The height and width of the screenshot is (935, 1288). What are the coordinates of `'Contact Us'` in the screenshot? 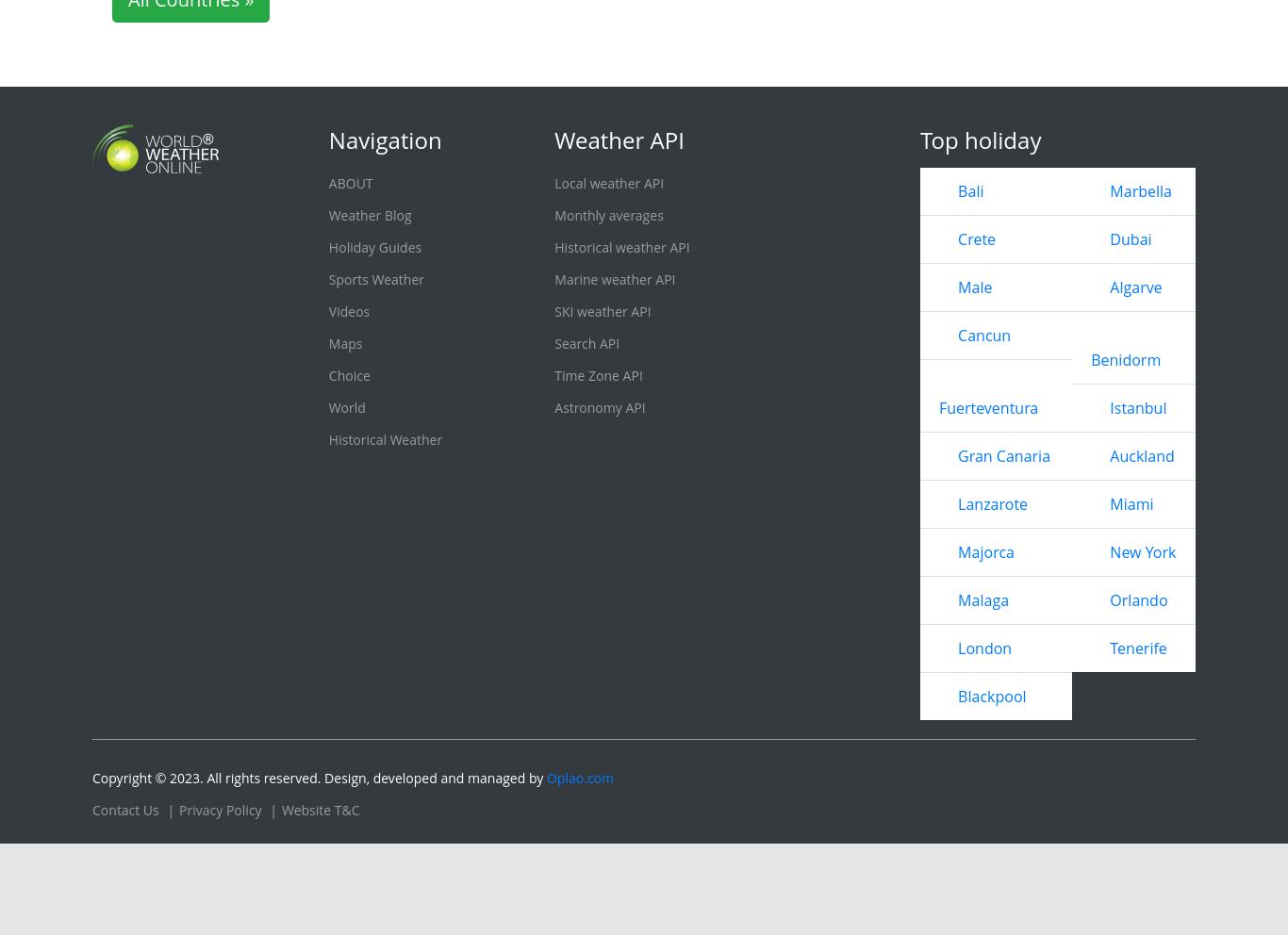 It's located at (124, 808).